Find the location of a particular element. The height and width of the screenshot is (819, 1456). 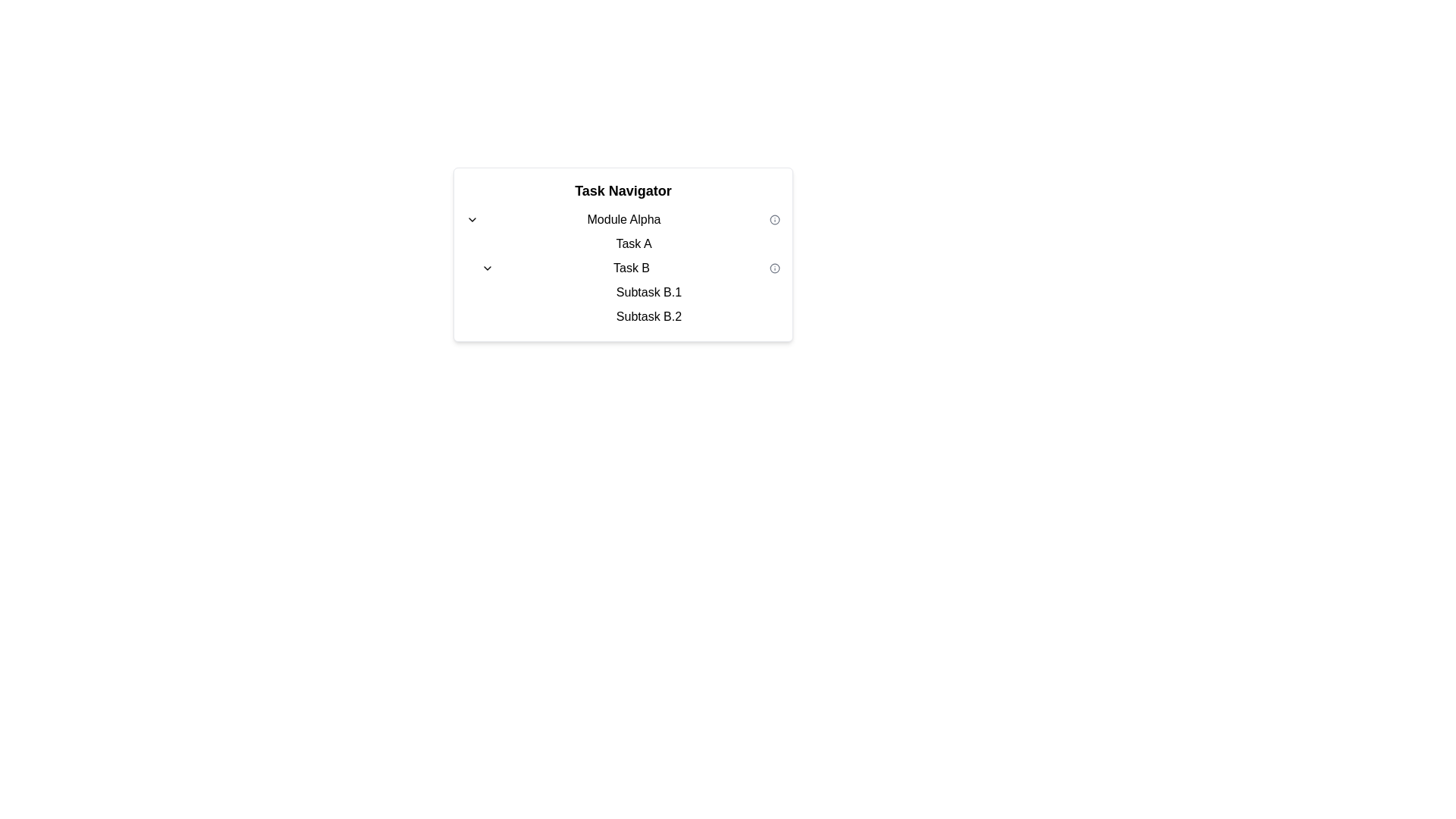

the 'Module Alpha' text label which is the first item in the 'Task Navigator' menu, located to the right of a chevron-down icon is located at coordinates (623, 219).